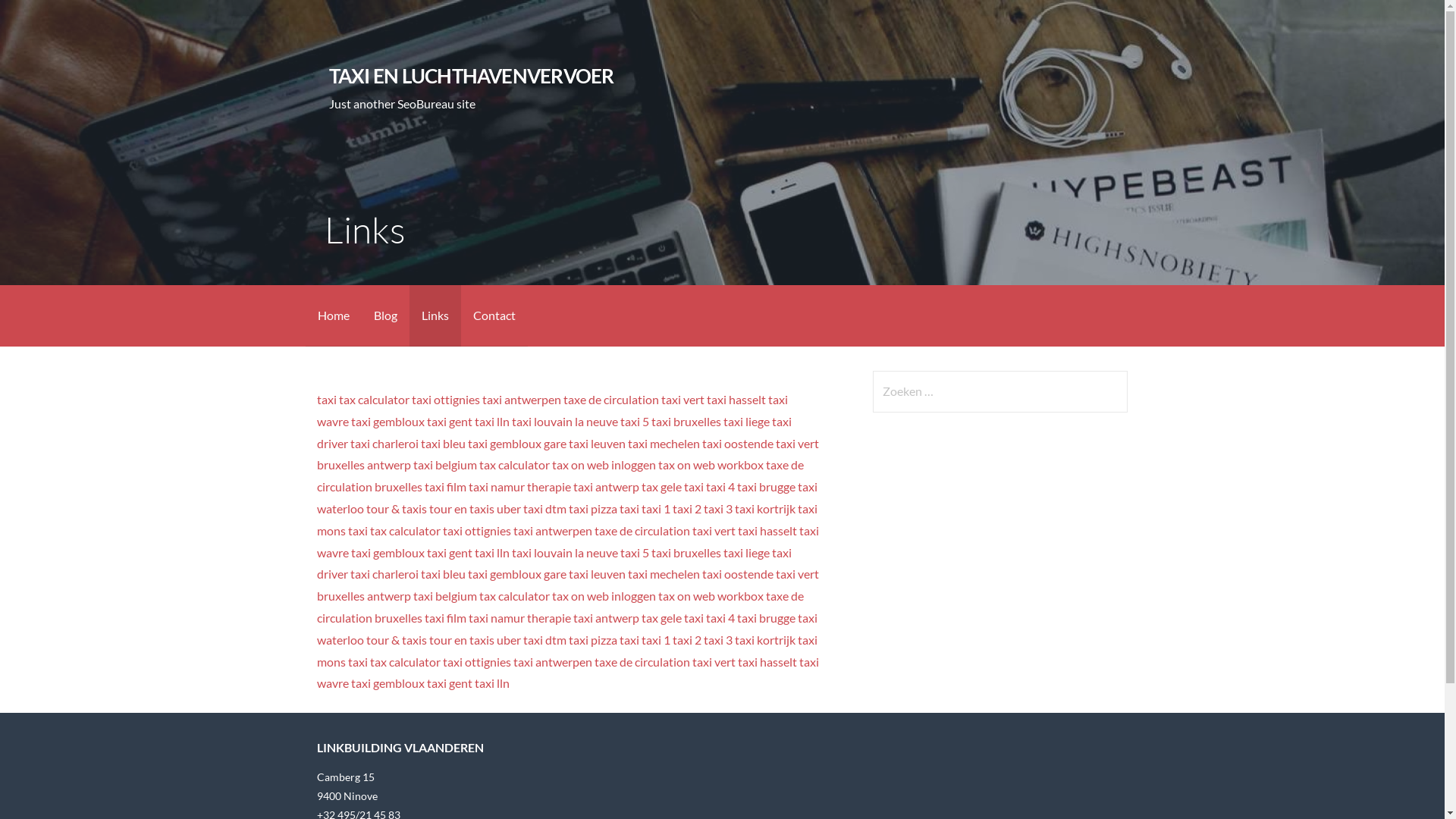 The image size is (1456, 819). Describe the element at coordinates (567, 443) in the screenshot. I see `'taxi leuven'` at that location.